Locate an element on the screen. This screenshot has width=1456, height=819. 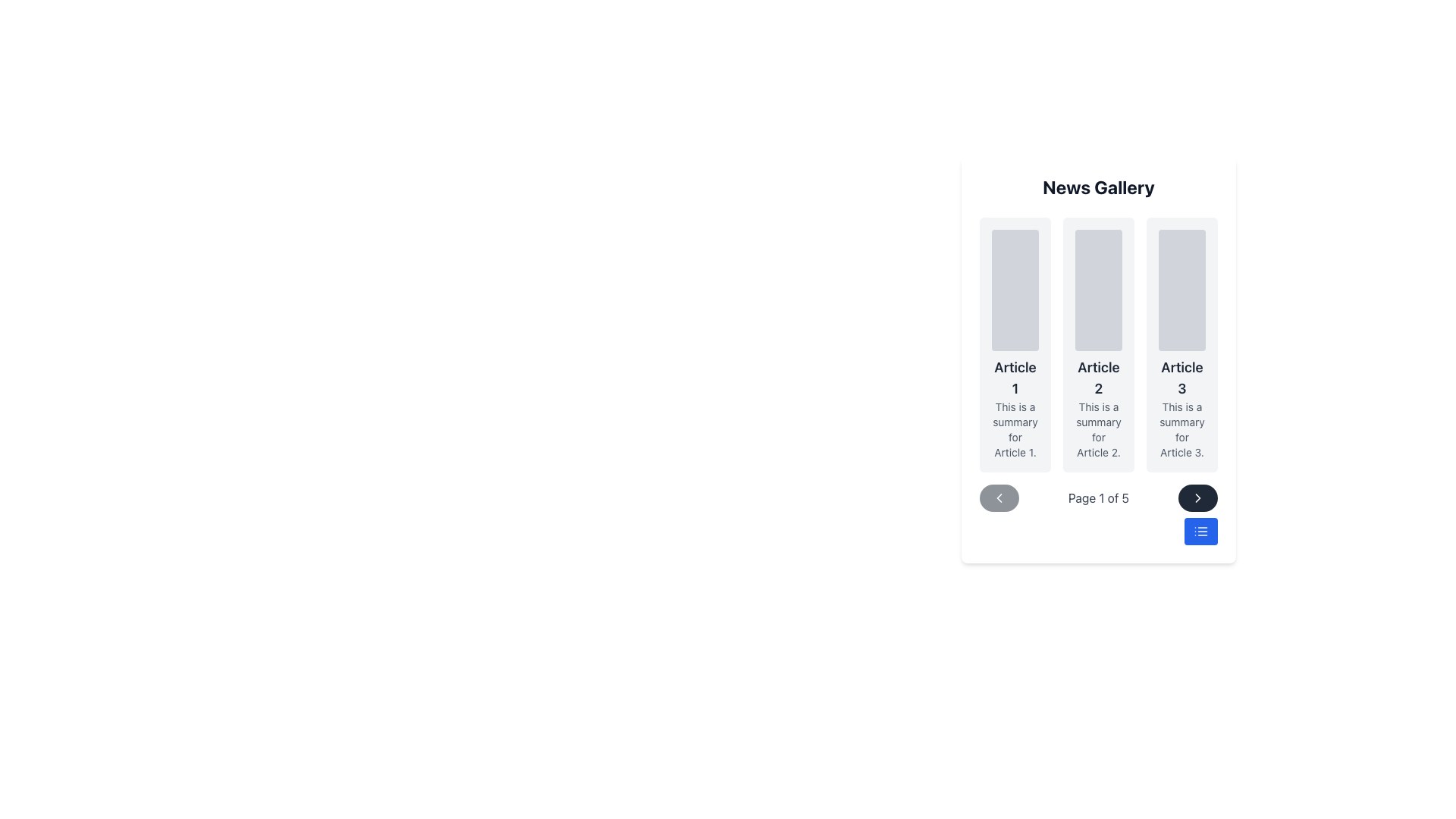
the rectangular button with a blue background and white list view icon located in the bottom-right corner of the interface is located at coordinates (1200, 531).